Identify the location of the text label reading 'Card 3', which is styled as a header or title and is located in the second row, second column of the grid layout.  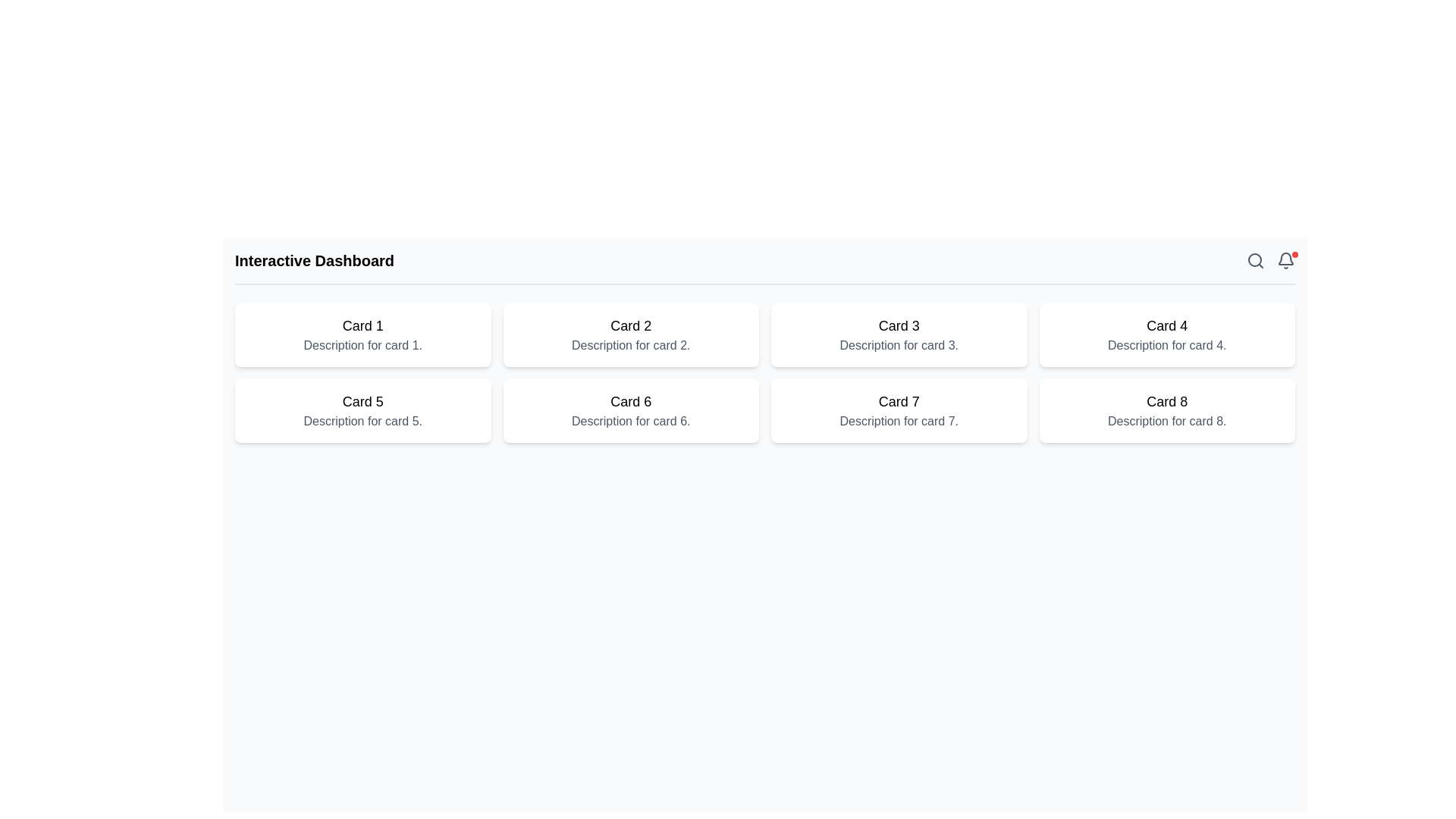
(899, 325).